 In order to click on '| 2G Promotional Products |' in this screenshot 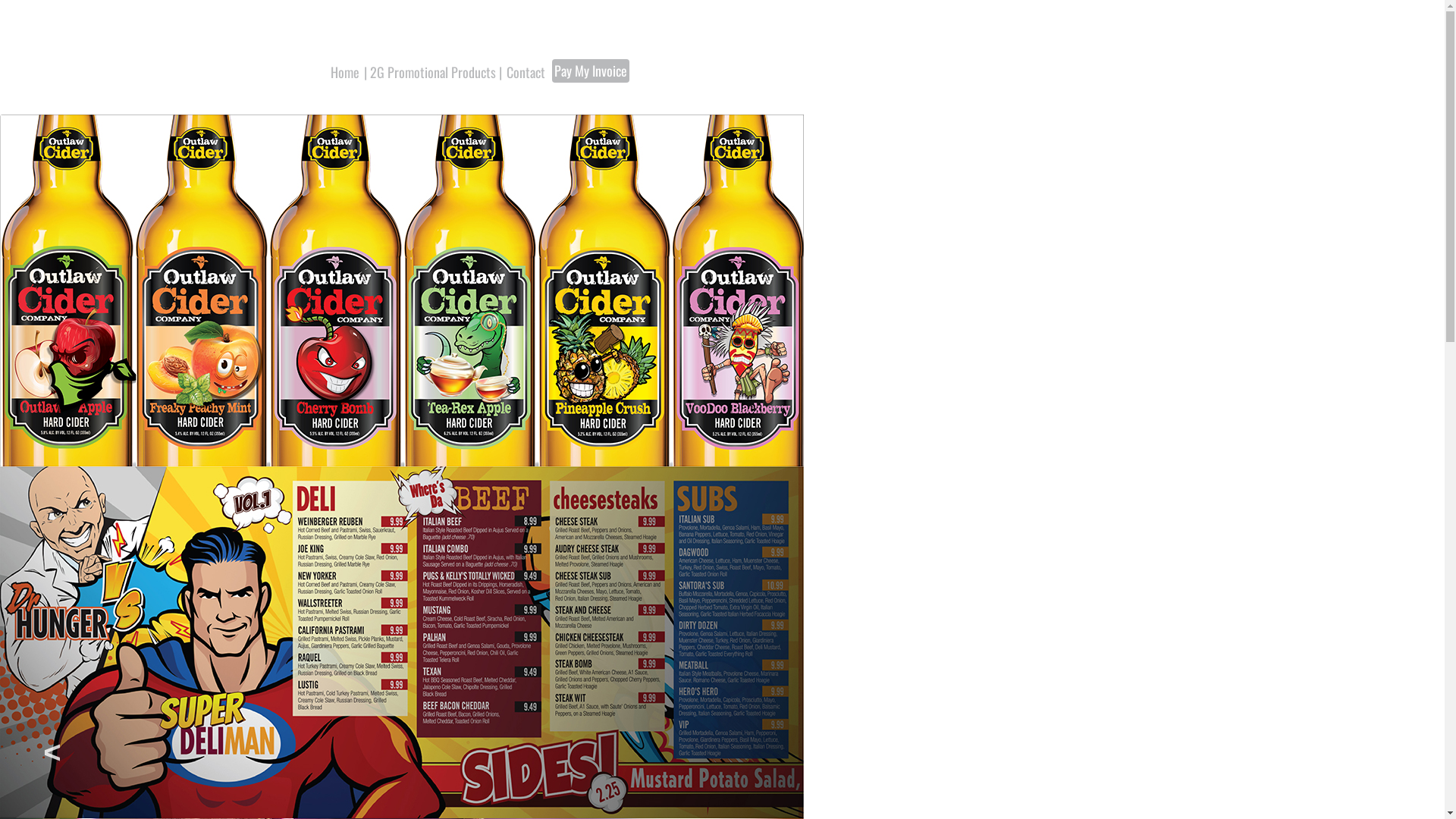, I will do `click(359, 72)`.